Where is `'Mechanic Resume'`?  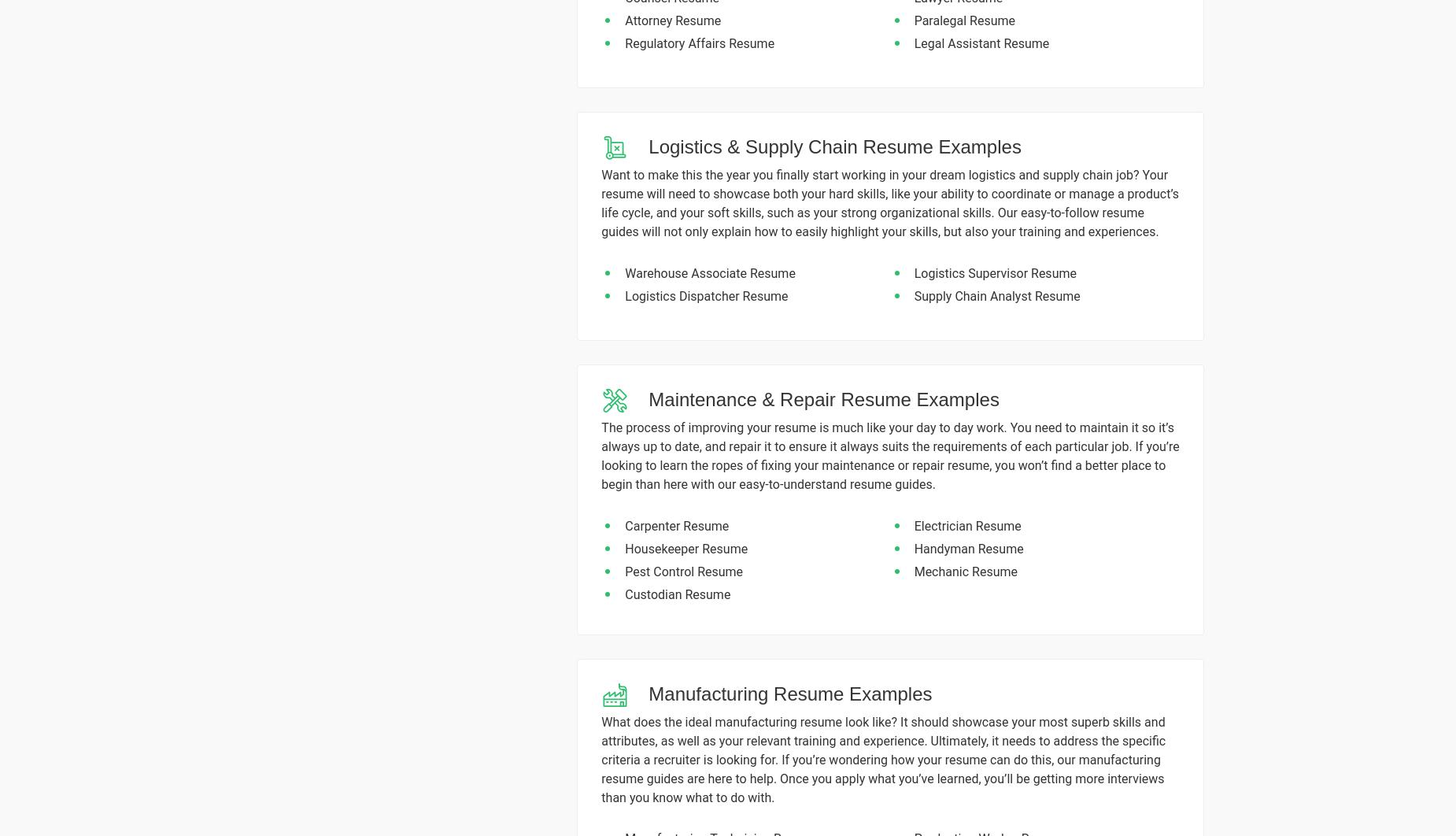 'Mechanic Resume' is located at coordinates (913, 571).